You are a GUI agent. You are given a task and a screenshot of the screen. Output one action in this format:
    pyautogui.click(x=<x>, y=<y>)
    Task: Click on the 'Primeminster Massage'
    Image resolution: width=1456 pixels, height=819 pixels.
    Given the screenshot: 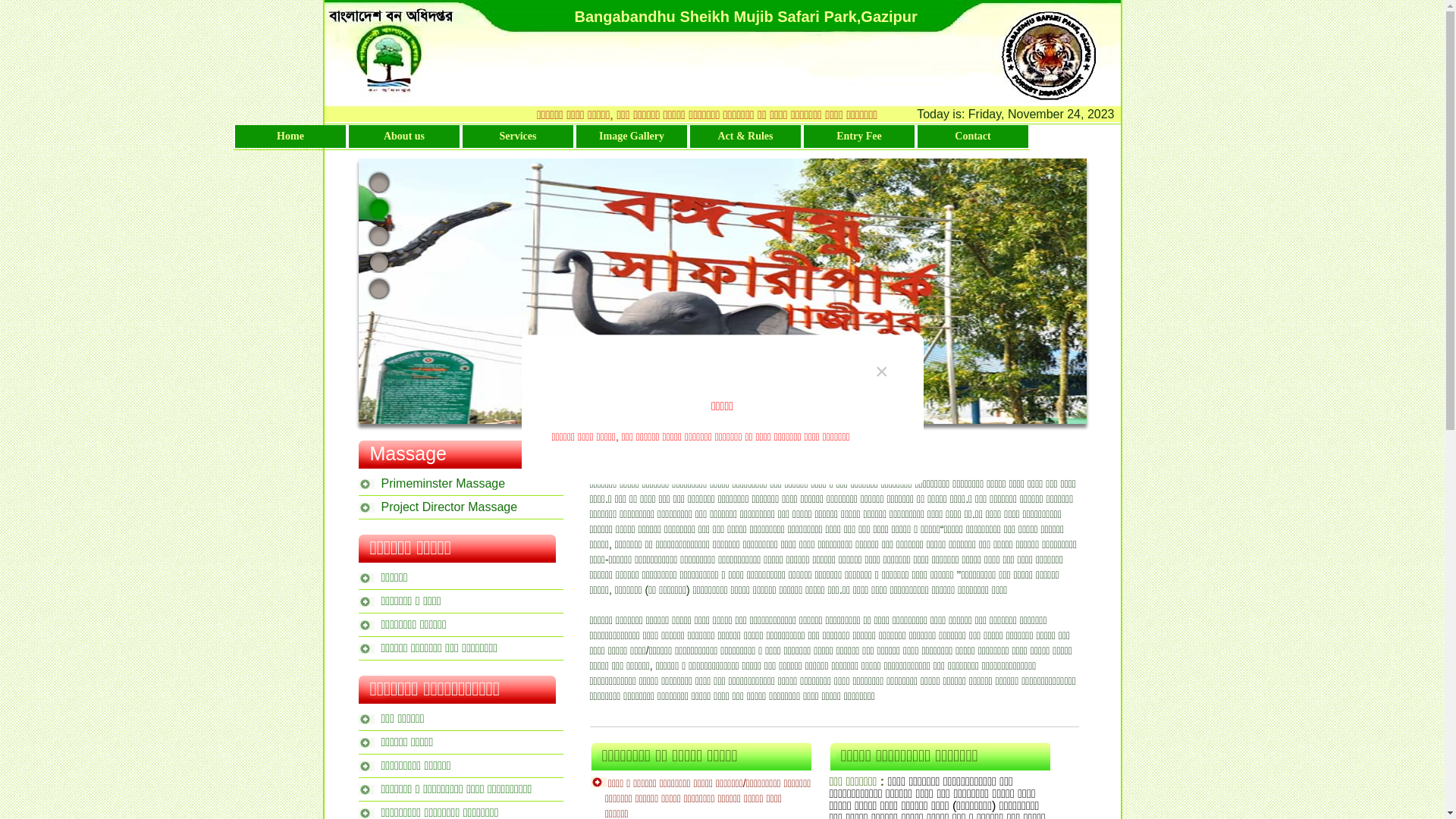 What is the action you would take?
    pyautogui.click(x=459, y=481)
    